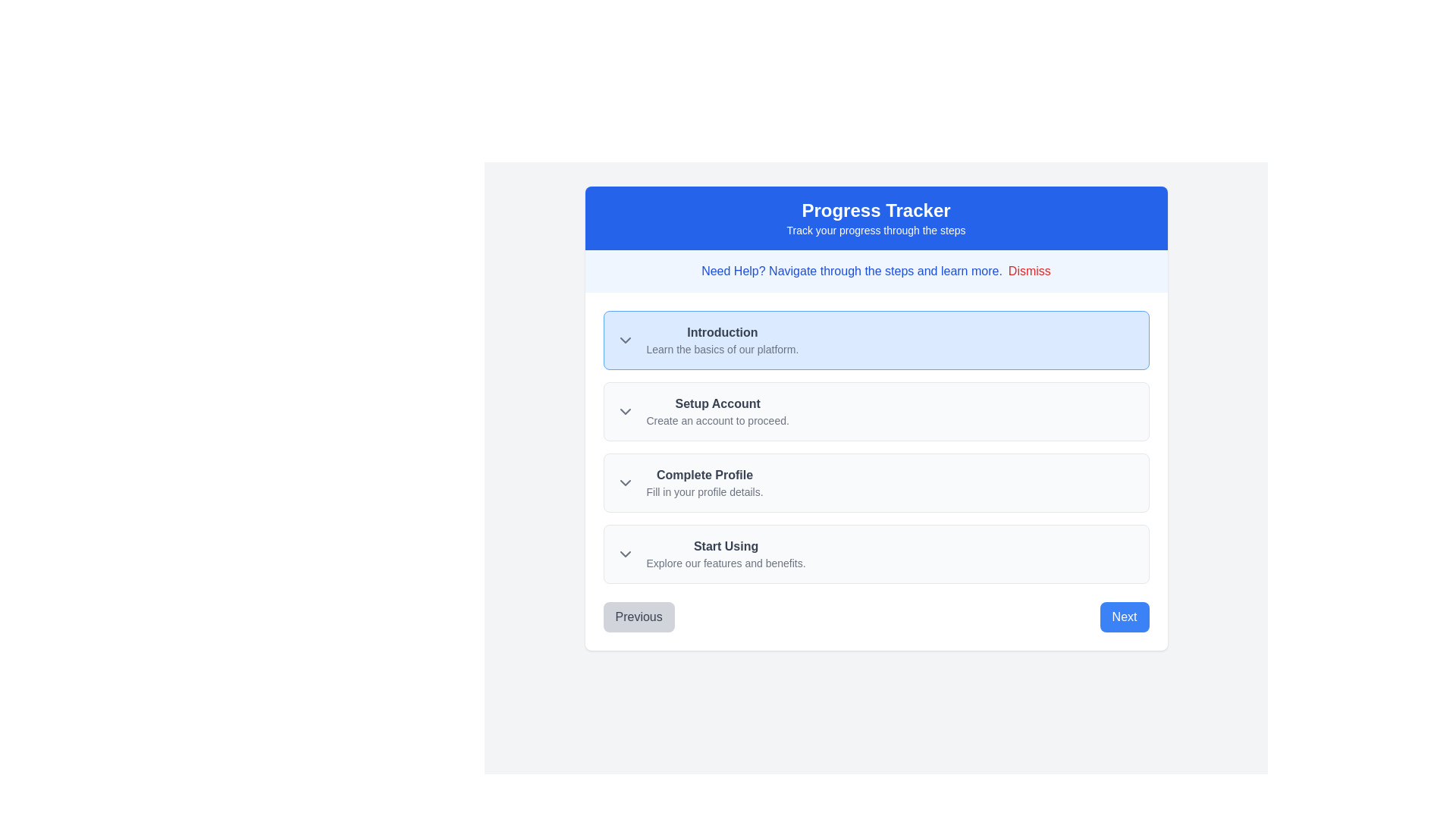  I want to click on the dismiss button located in the upper-right corner of the alert box containing the text 'Need Help? Navigate through the steps and learn more.', so click(1029, 271).